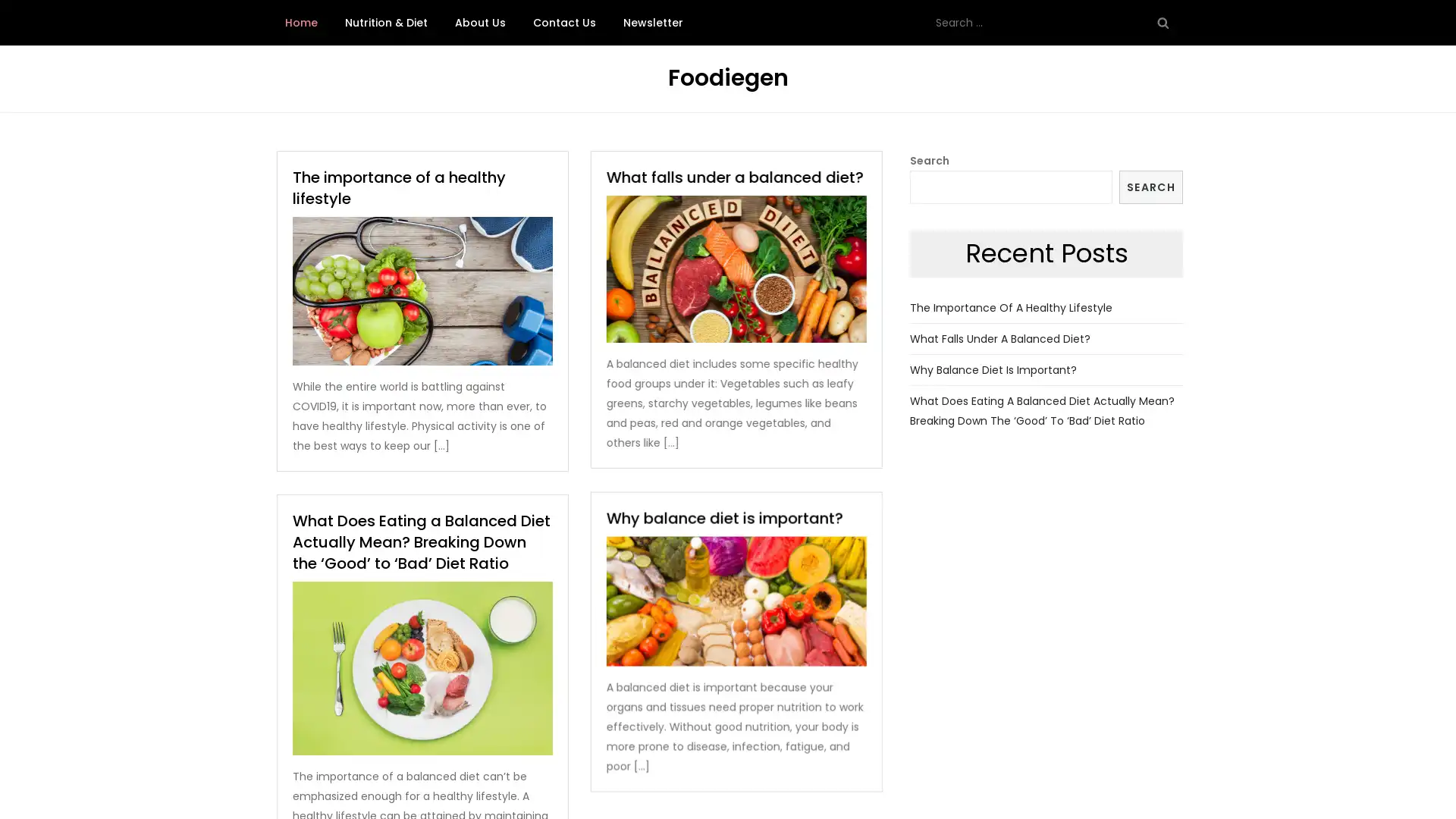  Describe the element at coordinates (1150, 186) in the screenshot. I see `SEARCH` at that location.